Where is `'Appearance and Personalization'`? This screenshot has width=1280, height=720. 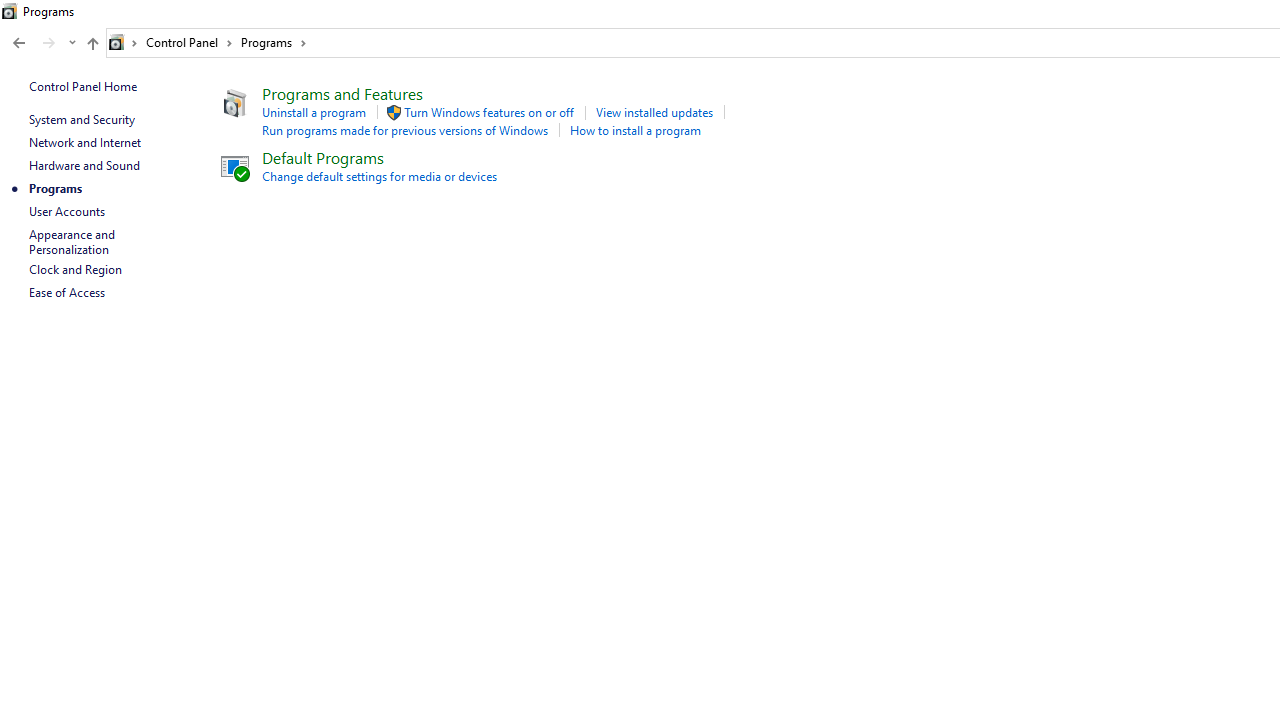 'Appearance and Personalization' is located at coordinates (73, 240).